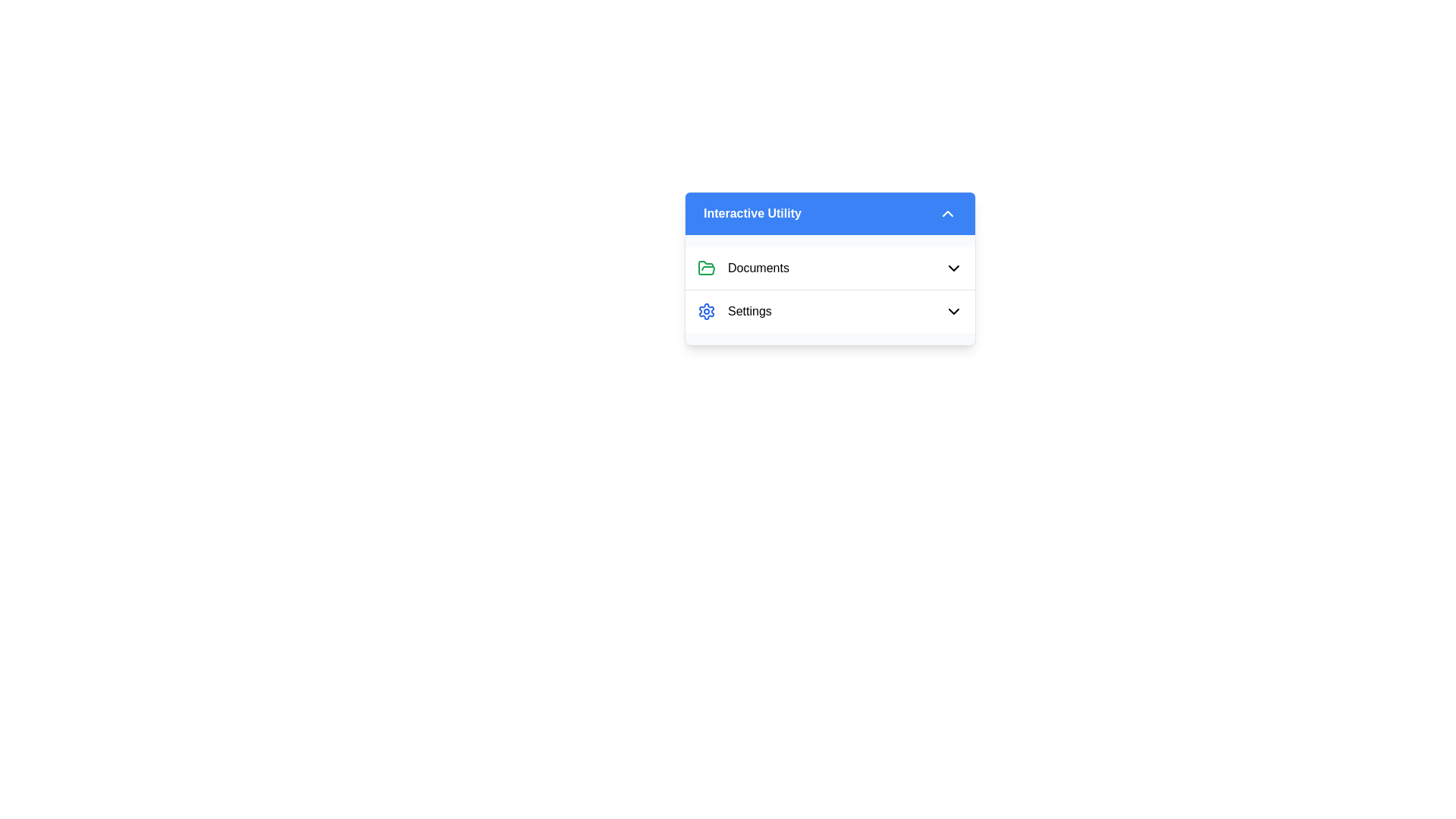  I want to click on the settings button located below the 'Documents' item in the 'Interactive Utility' dropdown panel, so click(734, 311).